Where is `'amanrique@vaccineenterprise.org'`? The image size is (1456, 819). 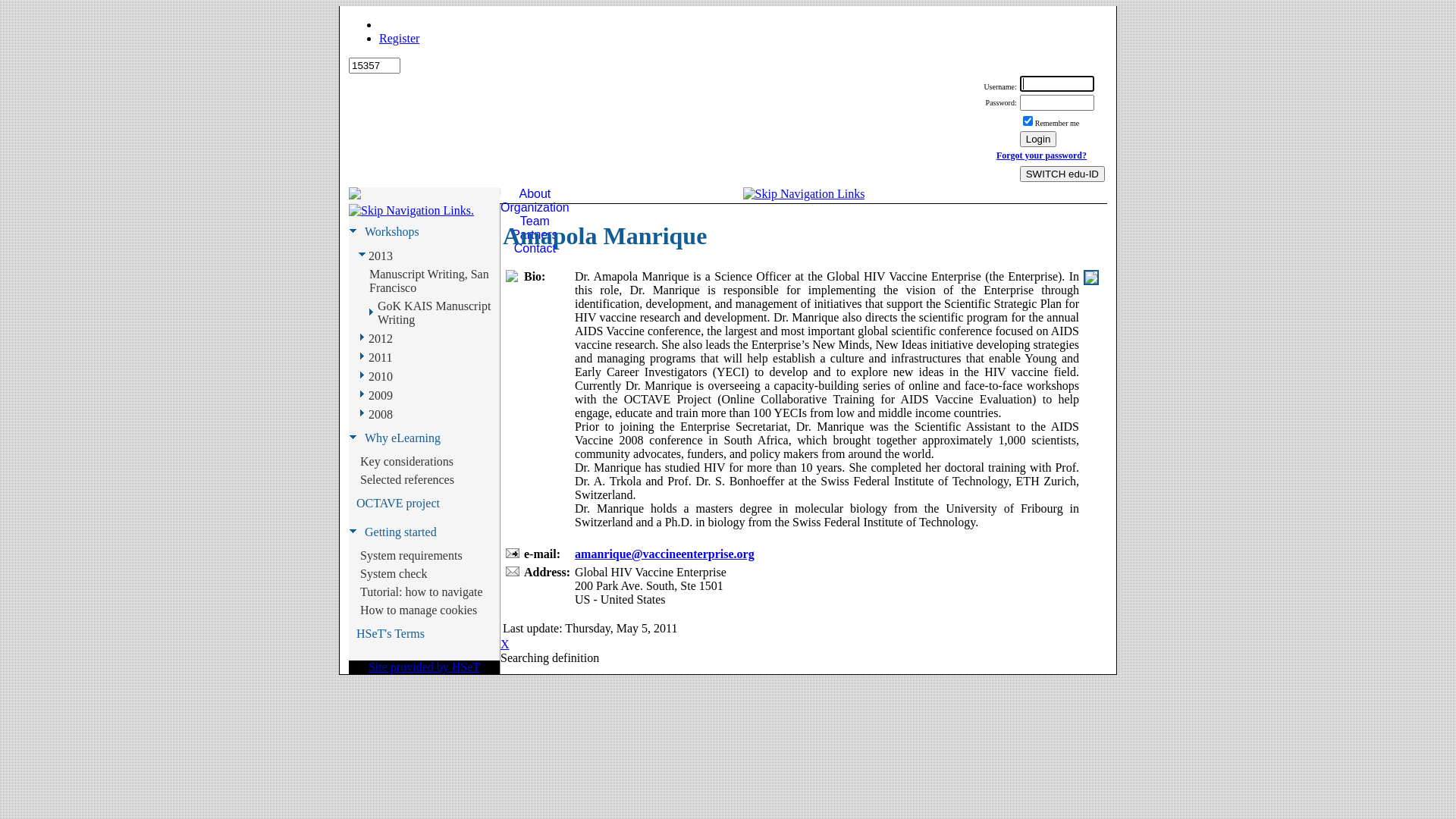 'amanrique@vaccineenterprise.org' is located at coordinates (664, 554).